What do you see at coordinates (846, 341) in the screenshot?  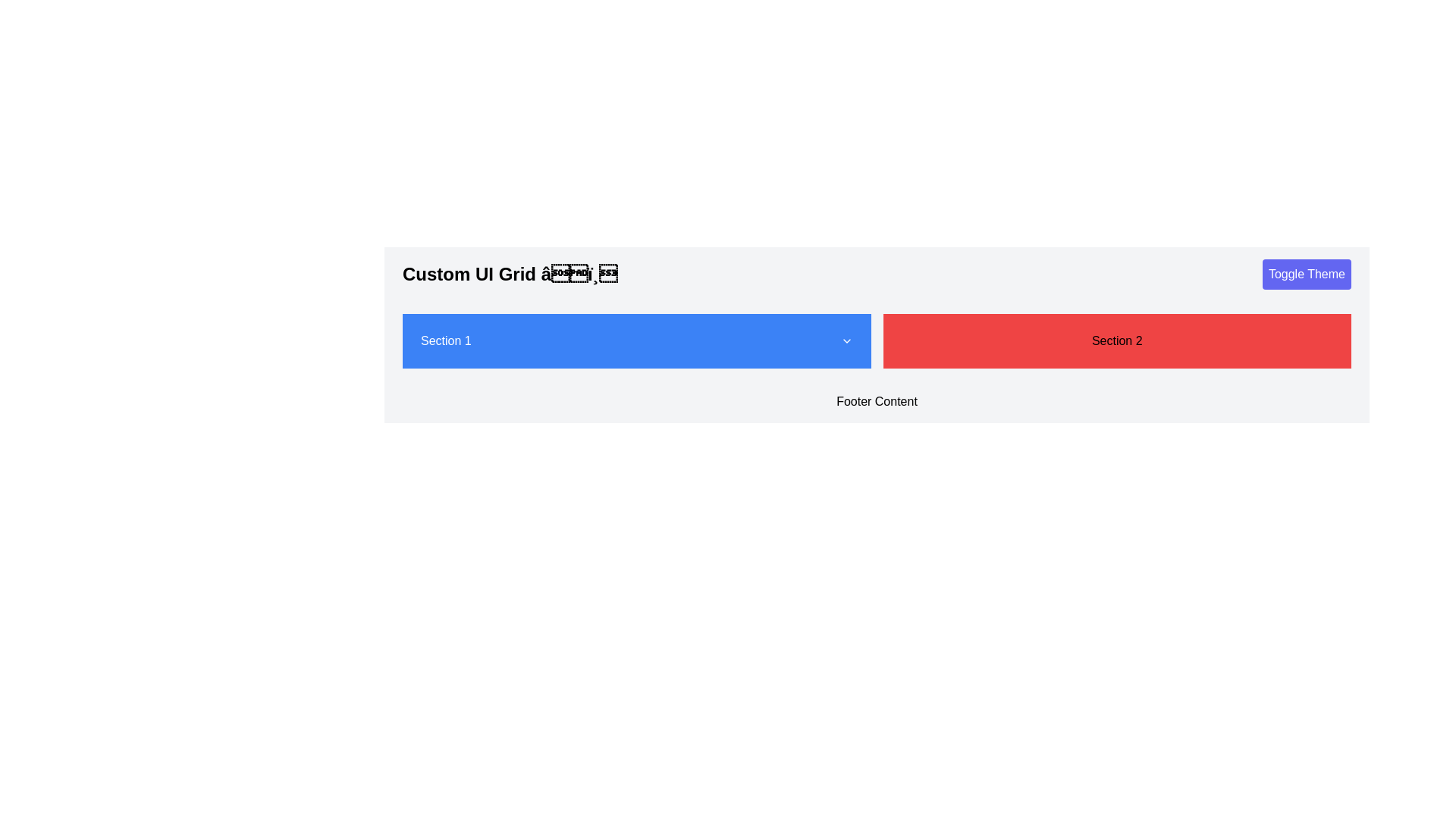 I see `the Chevron Down icon located at the far-right end of the blue section labeled 'Section 1'` at bounding box center [846, 341].